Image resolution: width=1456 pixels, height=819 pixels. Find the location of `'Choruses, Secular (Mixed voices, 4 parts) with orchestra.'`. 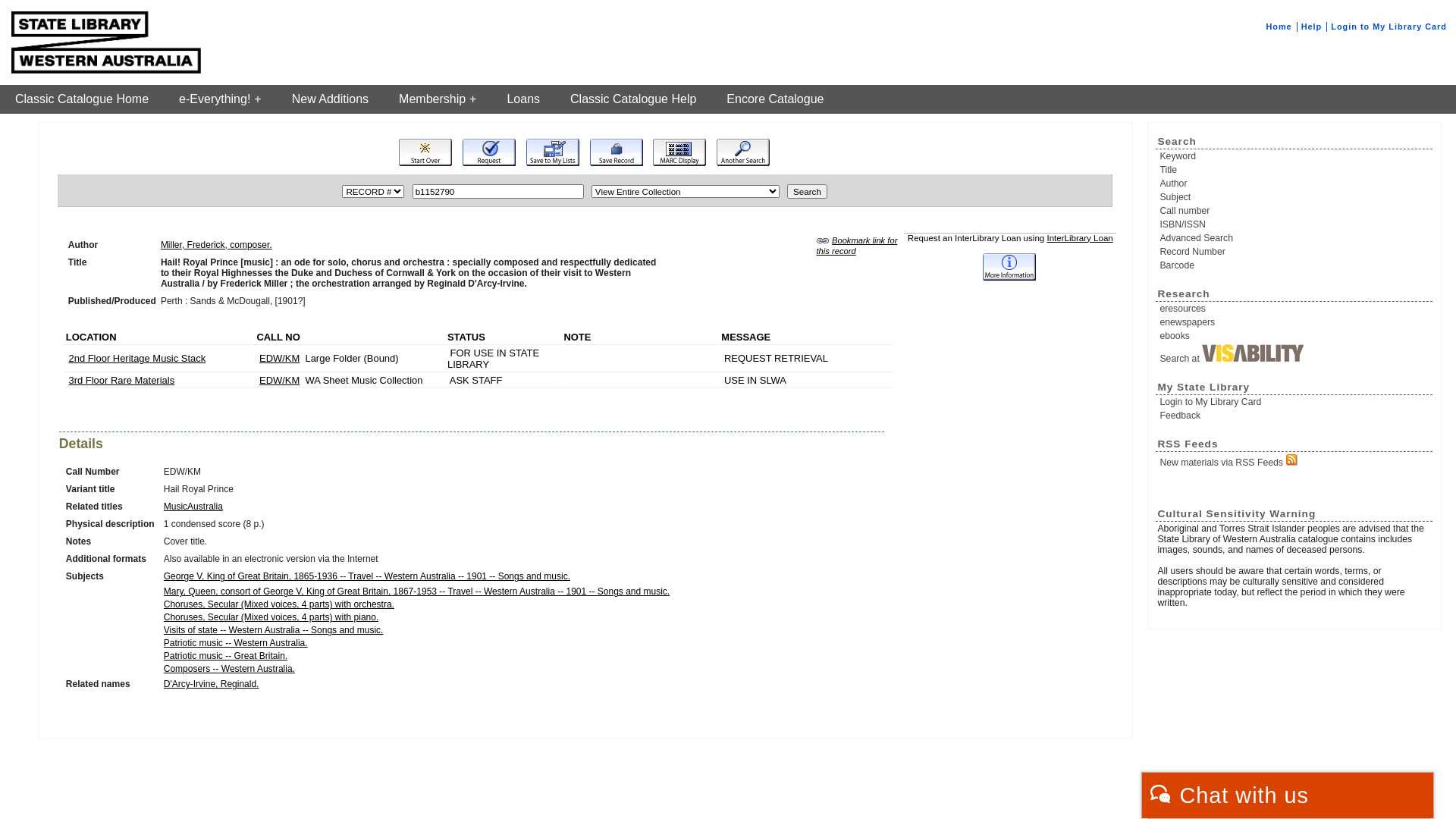

'Choruses, Secular (Mixed voices, 4 parts) with orchestra.' is located at coordinates (279, 604).